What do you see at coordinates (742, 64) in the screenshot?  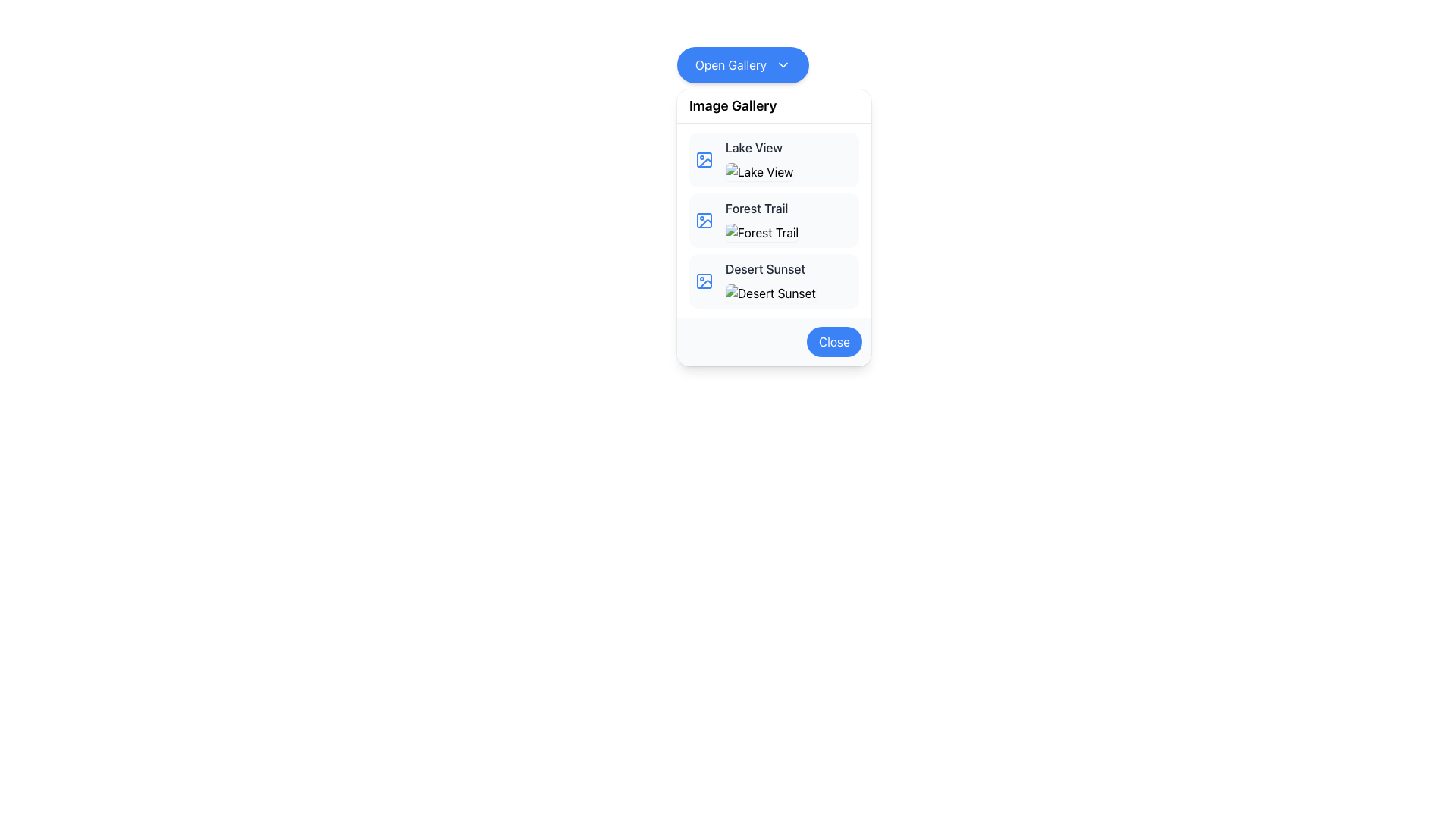 I see `the blue button labeled 'Open Gallery' with a downwards arrow icon` at bounding box center [742, 64].